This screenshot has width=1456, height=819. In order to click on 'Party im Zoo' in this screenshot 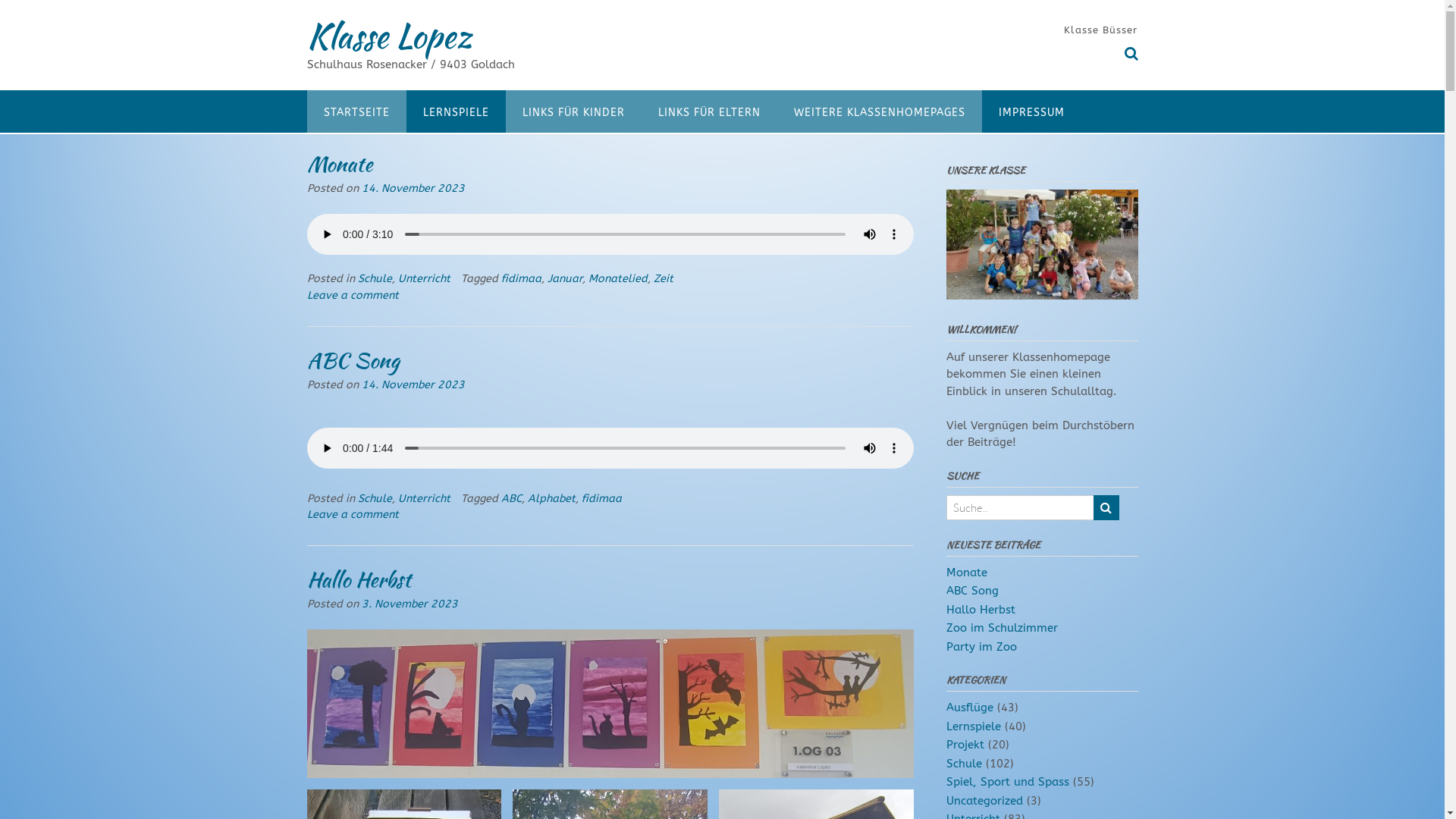, I will do `click(981, 646)`.